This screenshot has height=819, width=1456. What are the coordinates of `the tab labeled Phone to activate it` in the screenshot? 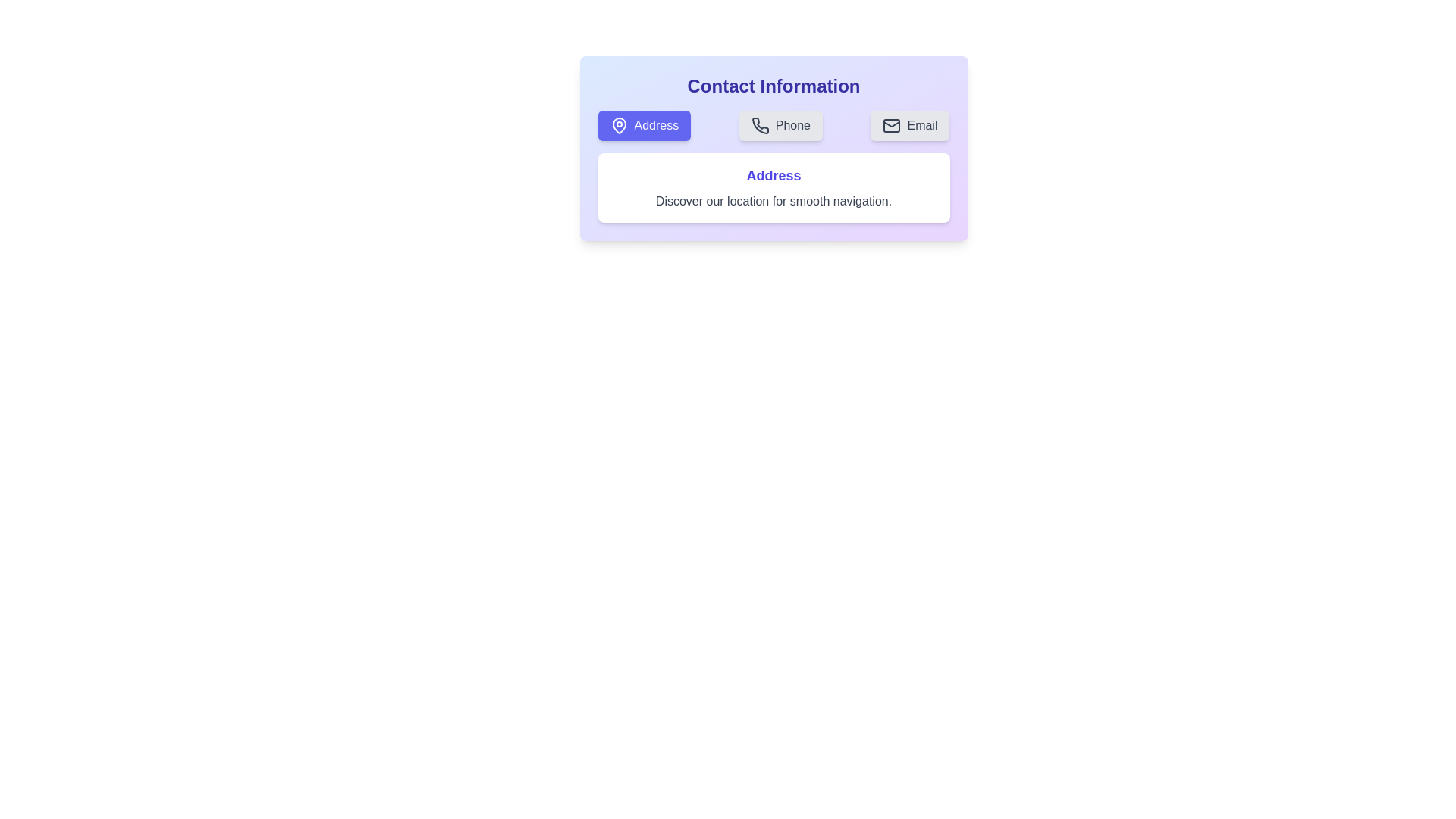 It's located at (780, 124).